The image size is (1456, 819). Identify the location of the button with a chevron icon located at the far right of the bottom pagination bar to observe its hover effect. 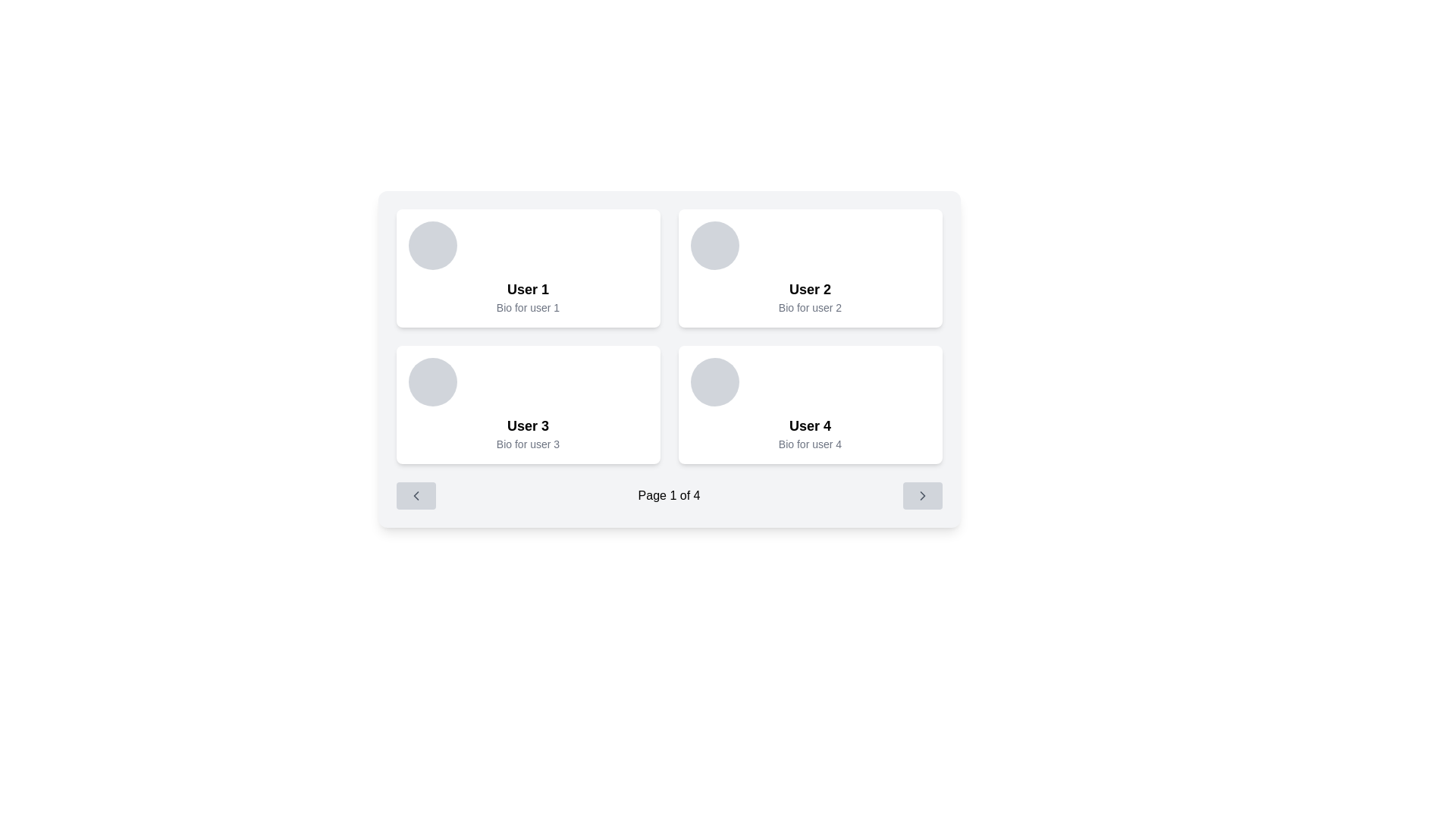
(921, 496).